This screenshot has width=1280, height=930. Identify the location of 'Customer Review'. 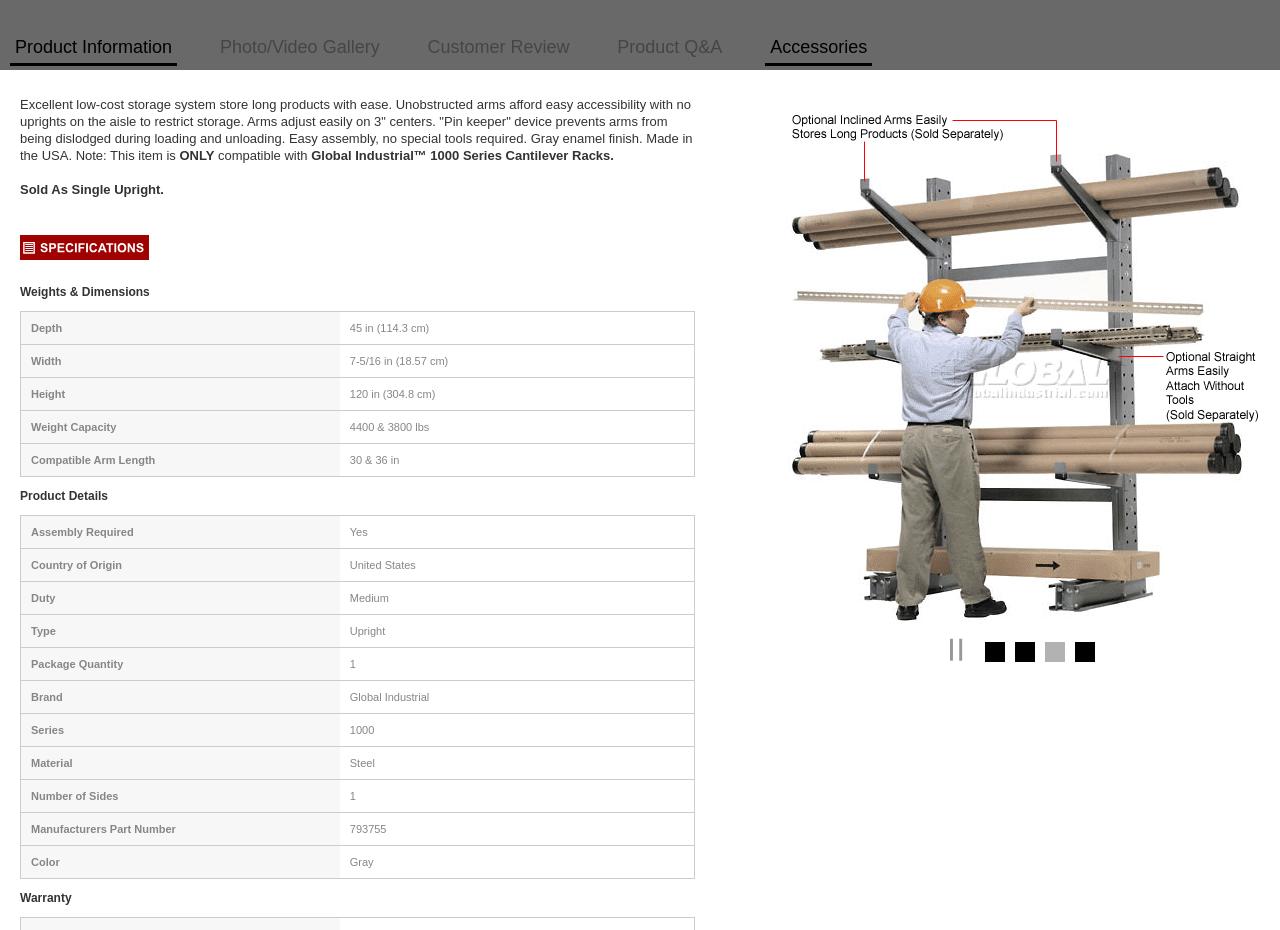
(498, 45).